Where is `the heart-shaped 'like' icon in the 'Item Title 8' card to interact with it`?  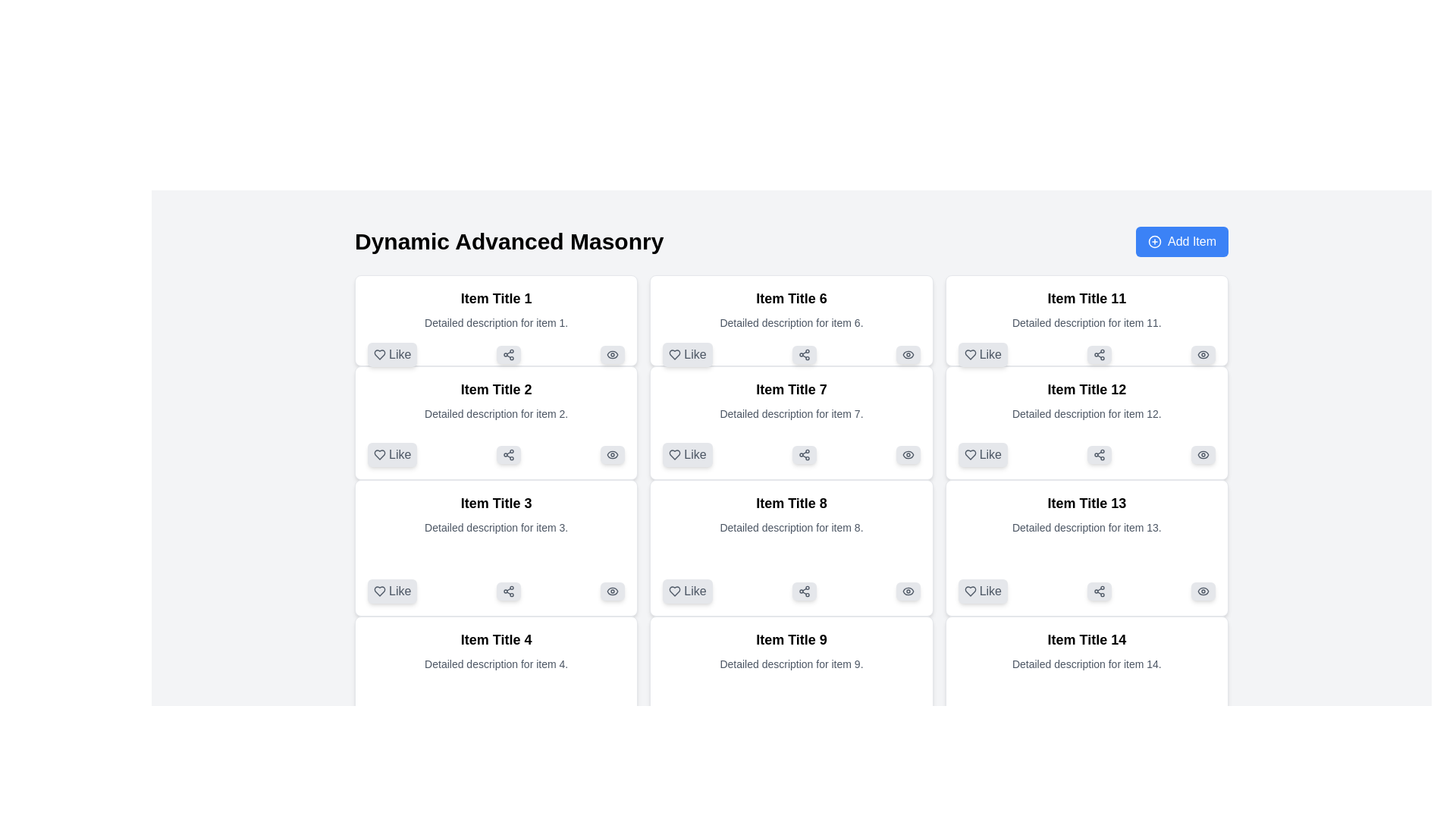 the heart-shaped 'like' icon in the 'Item Title 8' card to interact with it is located at coordinates (674, 590).